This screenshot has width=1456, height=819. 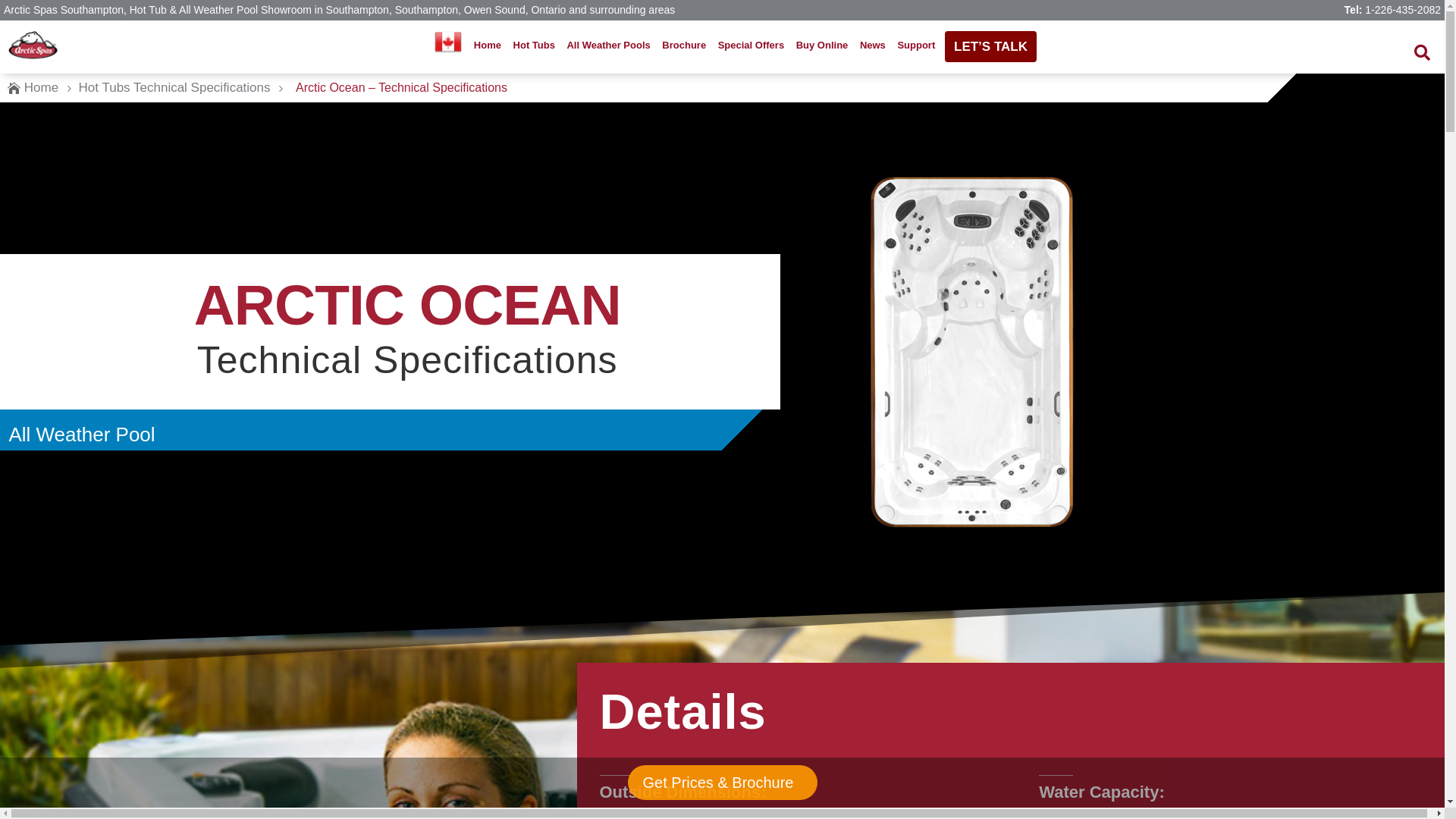 I want to click on 'All Weather Pools', so click(x=608, y=44).